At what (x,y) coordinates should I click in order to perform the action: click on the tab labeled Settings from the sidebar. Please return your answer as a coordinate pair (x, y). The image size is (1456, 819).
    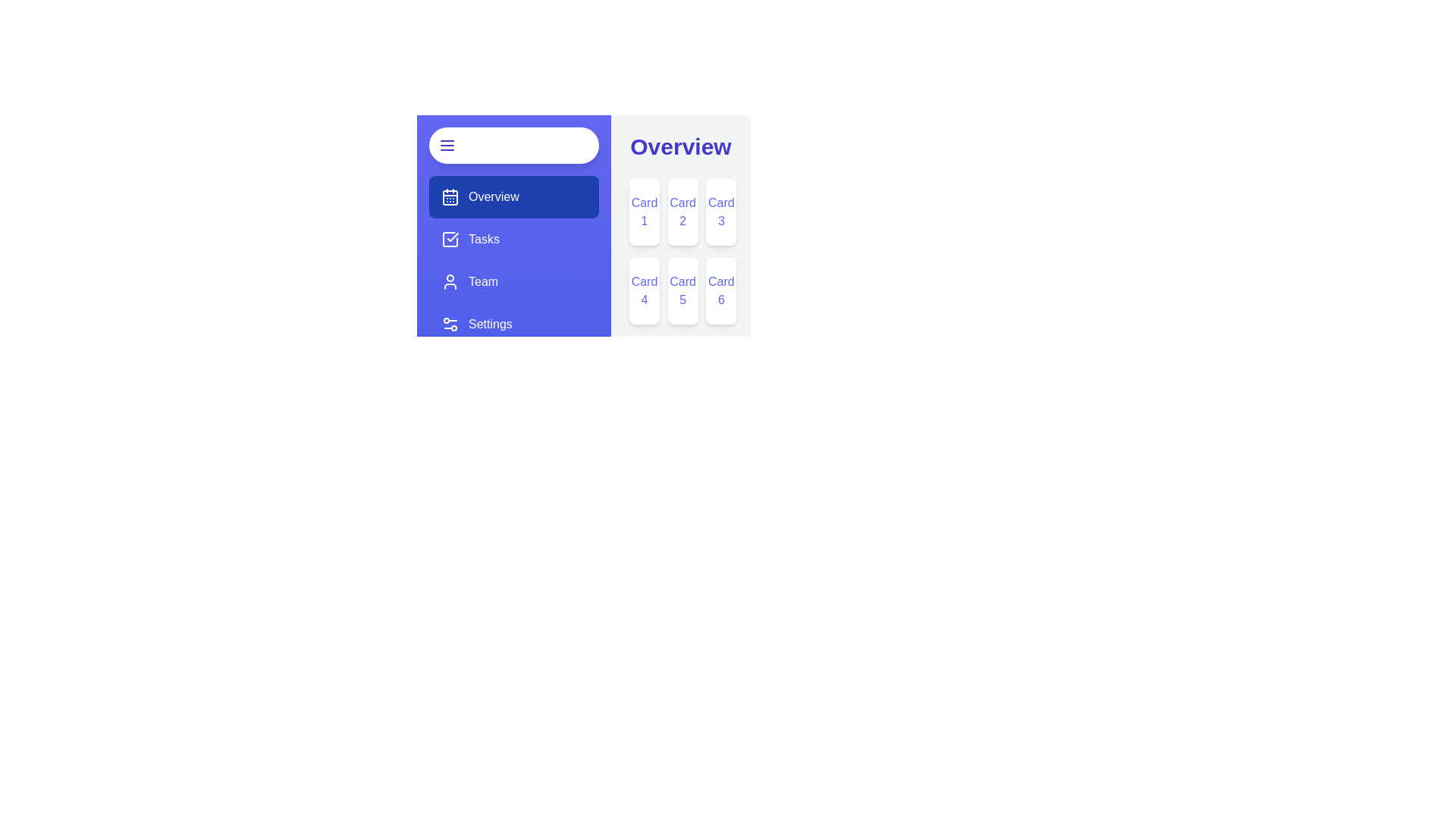
    Looking at the image, I should click on (513, 324).